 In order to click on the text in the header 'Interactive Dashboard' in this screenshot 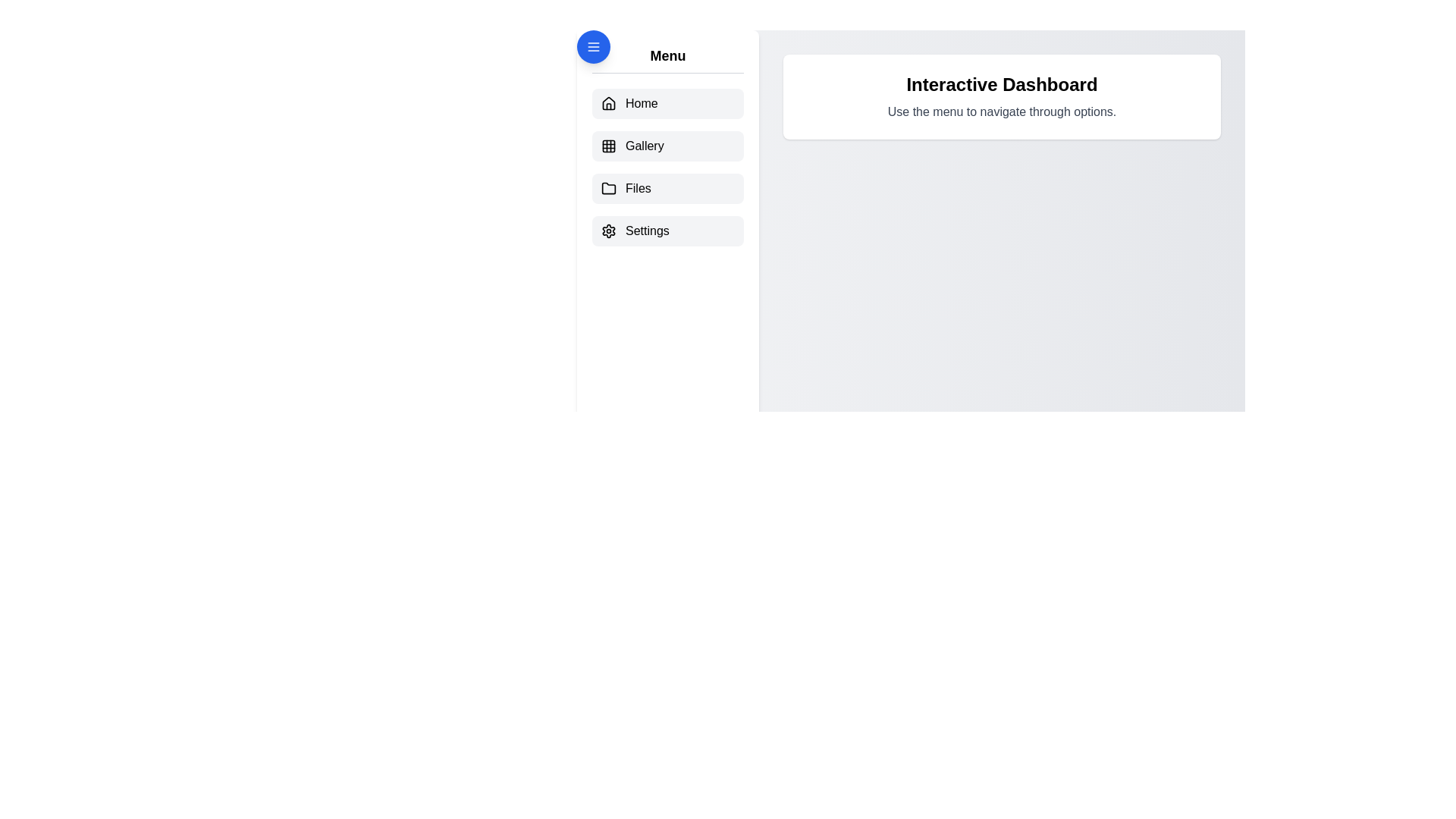, I will do `click(1002, 84)`.